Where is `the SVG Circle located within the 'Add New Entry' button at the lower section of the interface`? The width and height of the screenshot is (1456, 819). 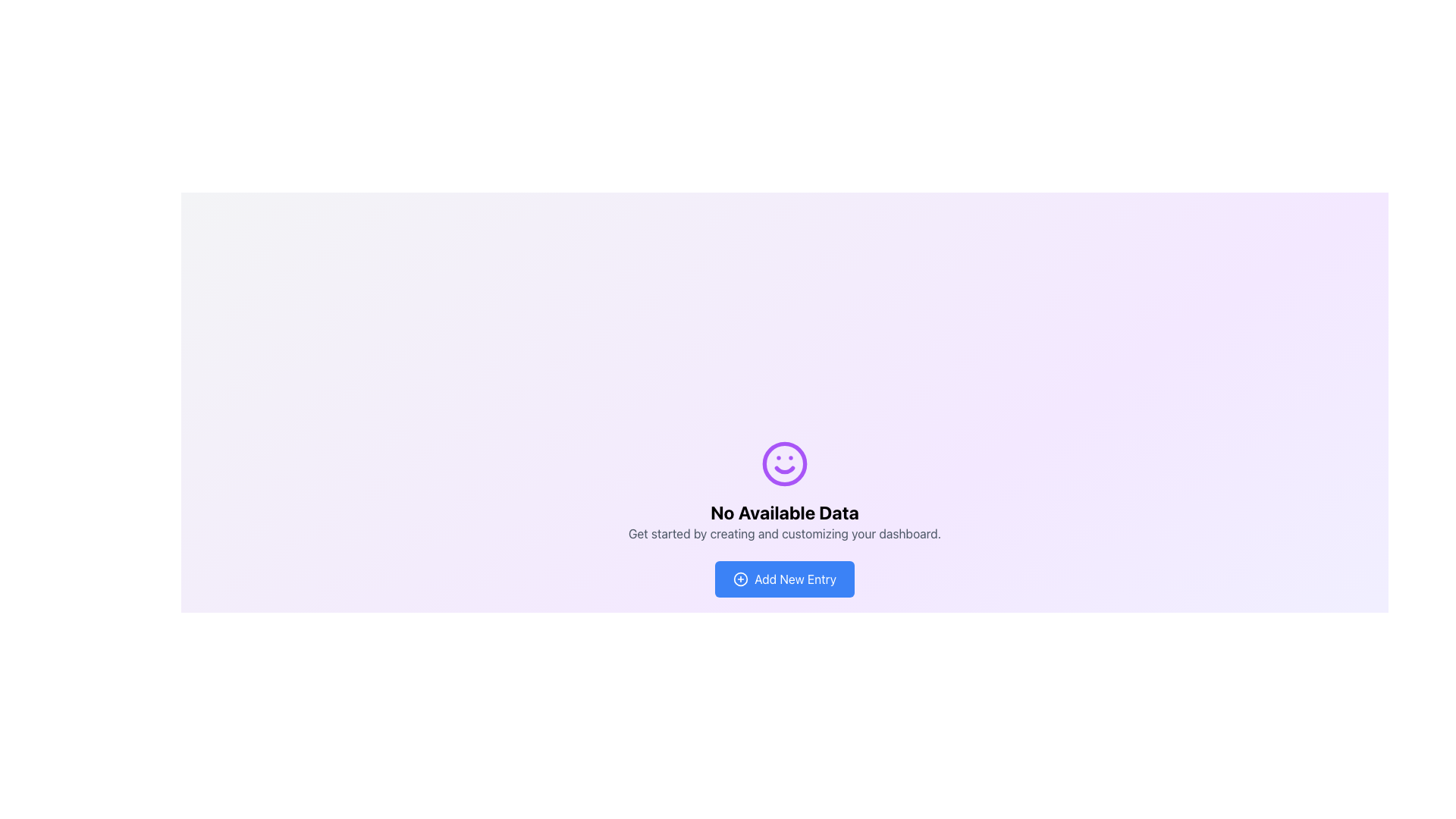
the SVG Circle located within the 'Add New Entry' button at the lower section of the interface is located at coordinates (741, 579).